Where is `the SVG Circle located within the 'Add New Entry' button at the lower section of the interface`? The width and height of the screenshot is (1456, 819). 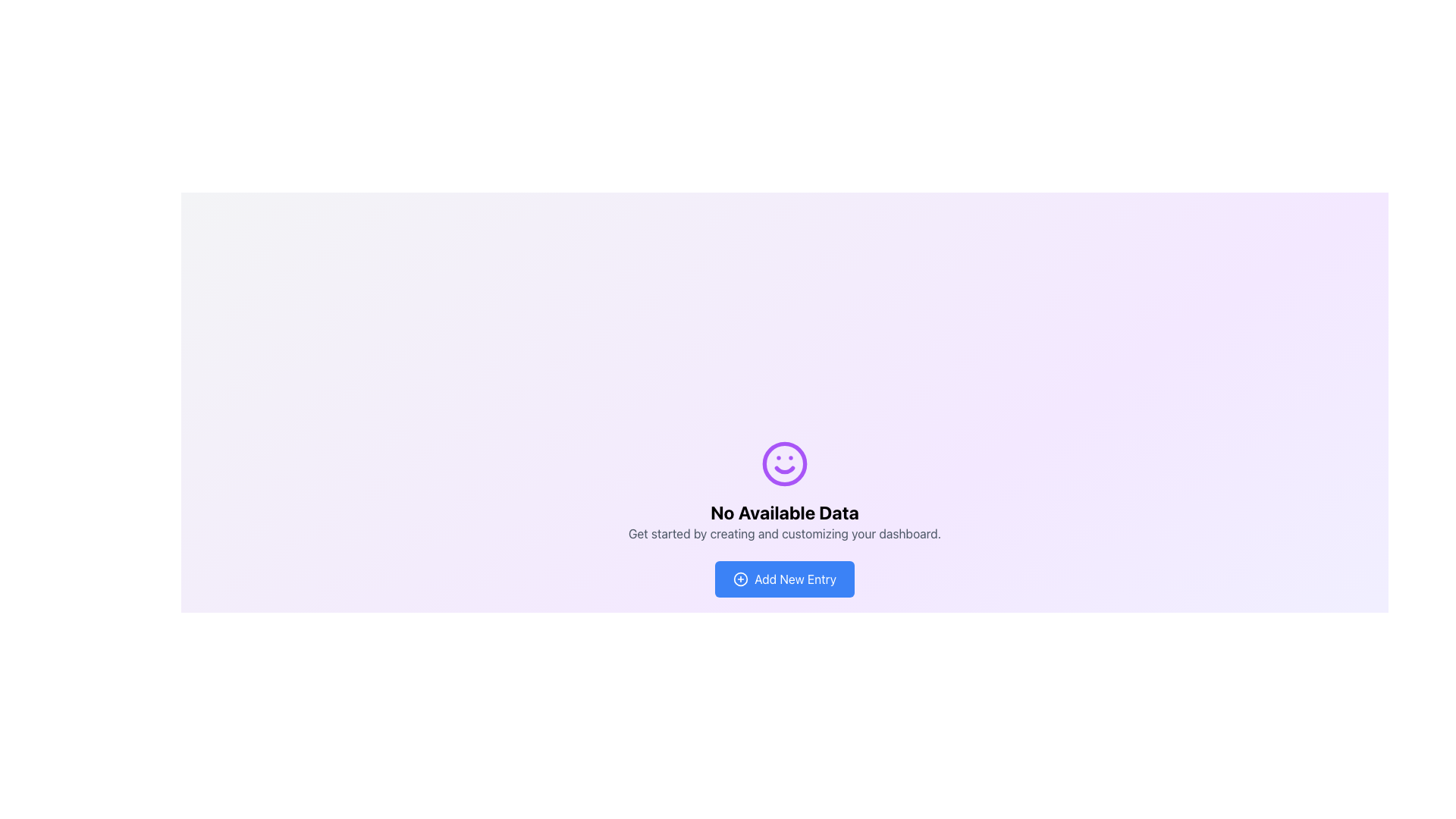
the SVG Circle located within the 'Add New Entry' button at the lower section of the interface is located at coordinates (741, 579).